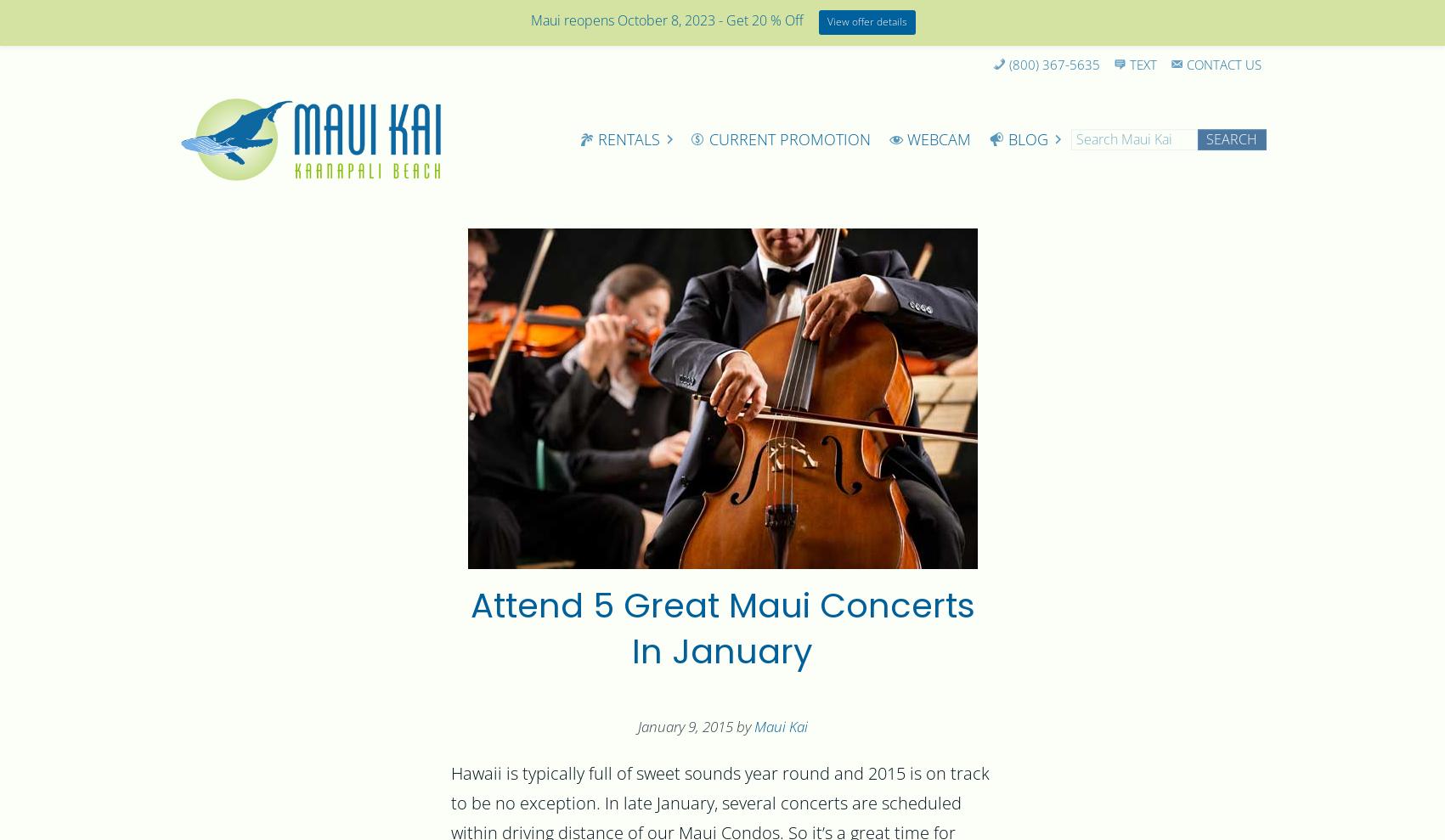 Image resolution: width=1445 pixels, height=840 pixels. Describe the element at coordinates (684, 729) in the screenshot. I see `'January 9, 2015'` at that location.